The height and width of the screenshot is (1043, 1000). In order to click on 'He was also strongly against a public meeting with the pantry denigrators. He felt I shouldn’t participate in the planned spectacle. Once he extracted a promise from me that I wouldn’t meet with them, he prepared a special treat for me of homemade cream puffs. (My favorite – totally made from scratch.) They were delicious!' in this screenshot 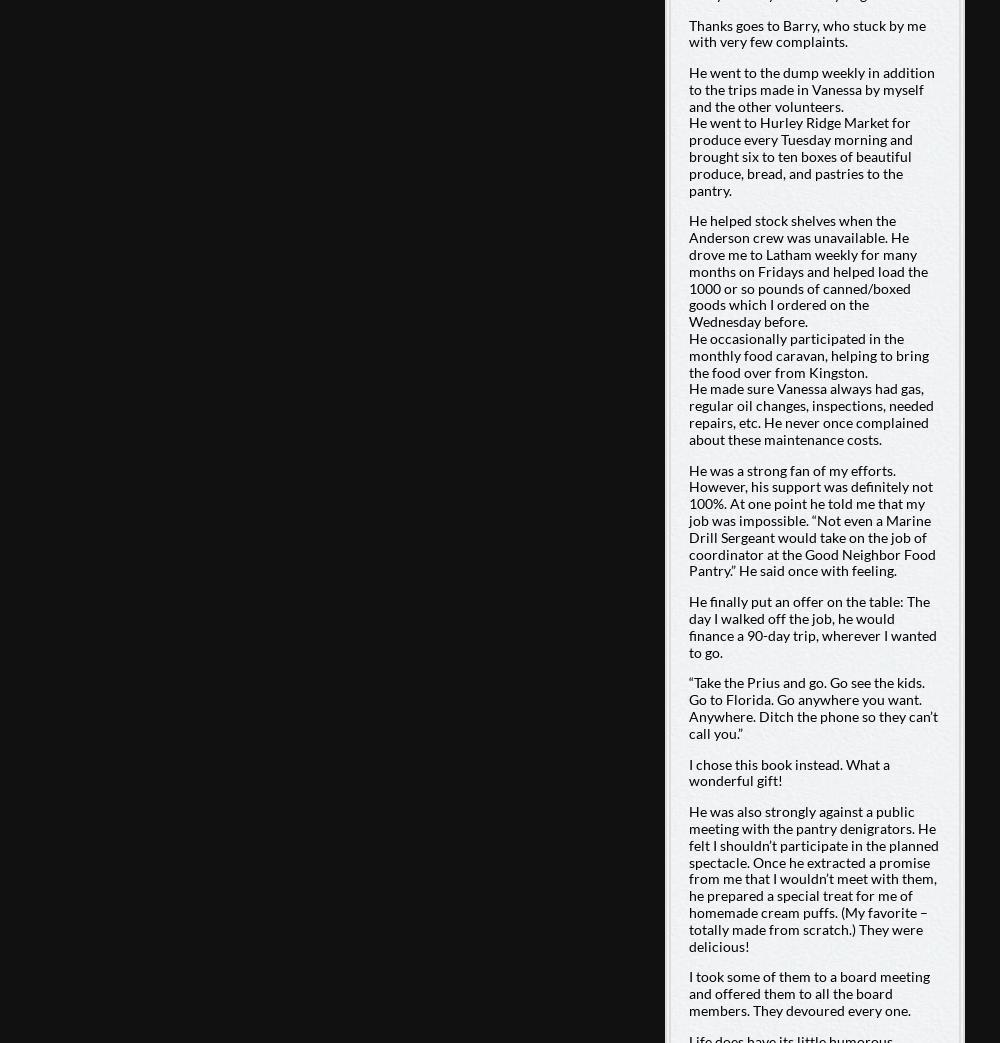, I will do `click(688, 878)`.